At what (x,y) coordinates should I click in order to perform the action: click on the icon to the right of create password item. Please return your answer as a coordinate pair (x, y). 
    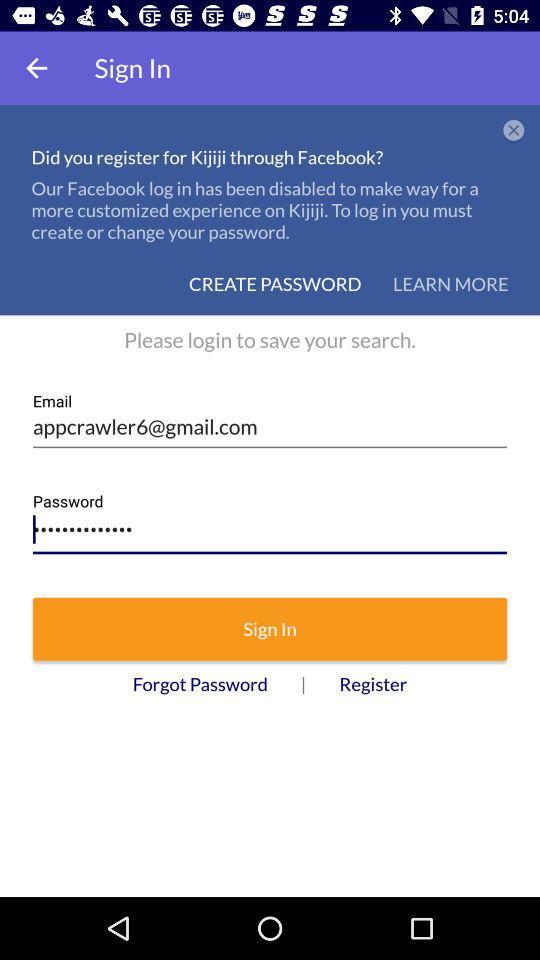
    Looking at the image, I should click on (450, 283).